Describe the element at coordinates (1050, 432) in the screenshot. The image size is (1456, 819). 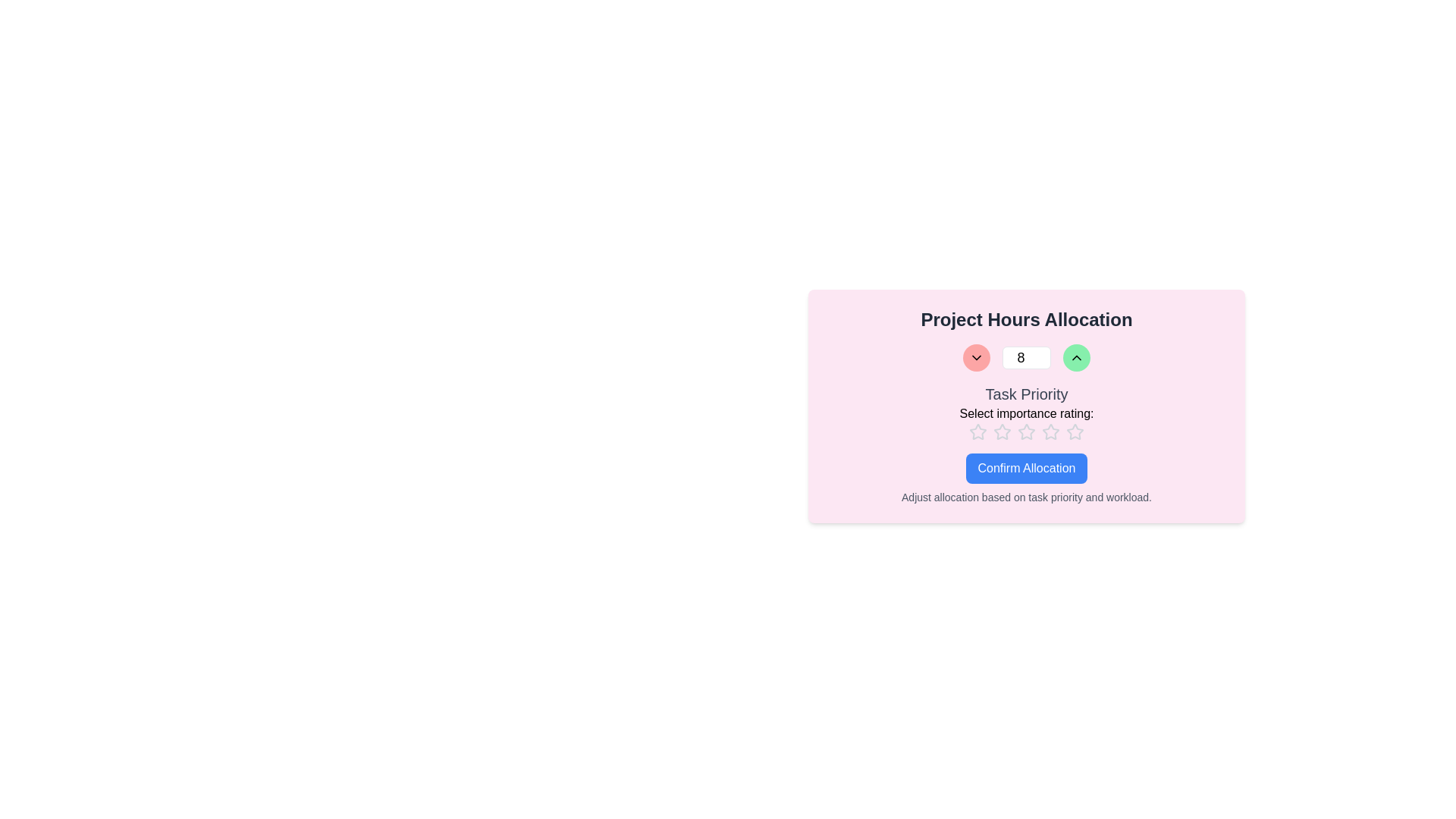
I see `the sixth star icon with a gray outline to set the rating in the 'Select importance rating:' section below 'Task Priority'` at that location.